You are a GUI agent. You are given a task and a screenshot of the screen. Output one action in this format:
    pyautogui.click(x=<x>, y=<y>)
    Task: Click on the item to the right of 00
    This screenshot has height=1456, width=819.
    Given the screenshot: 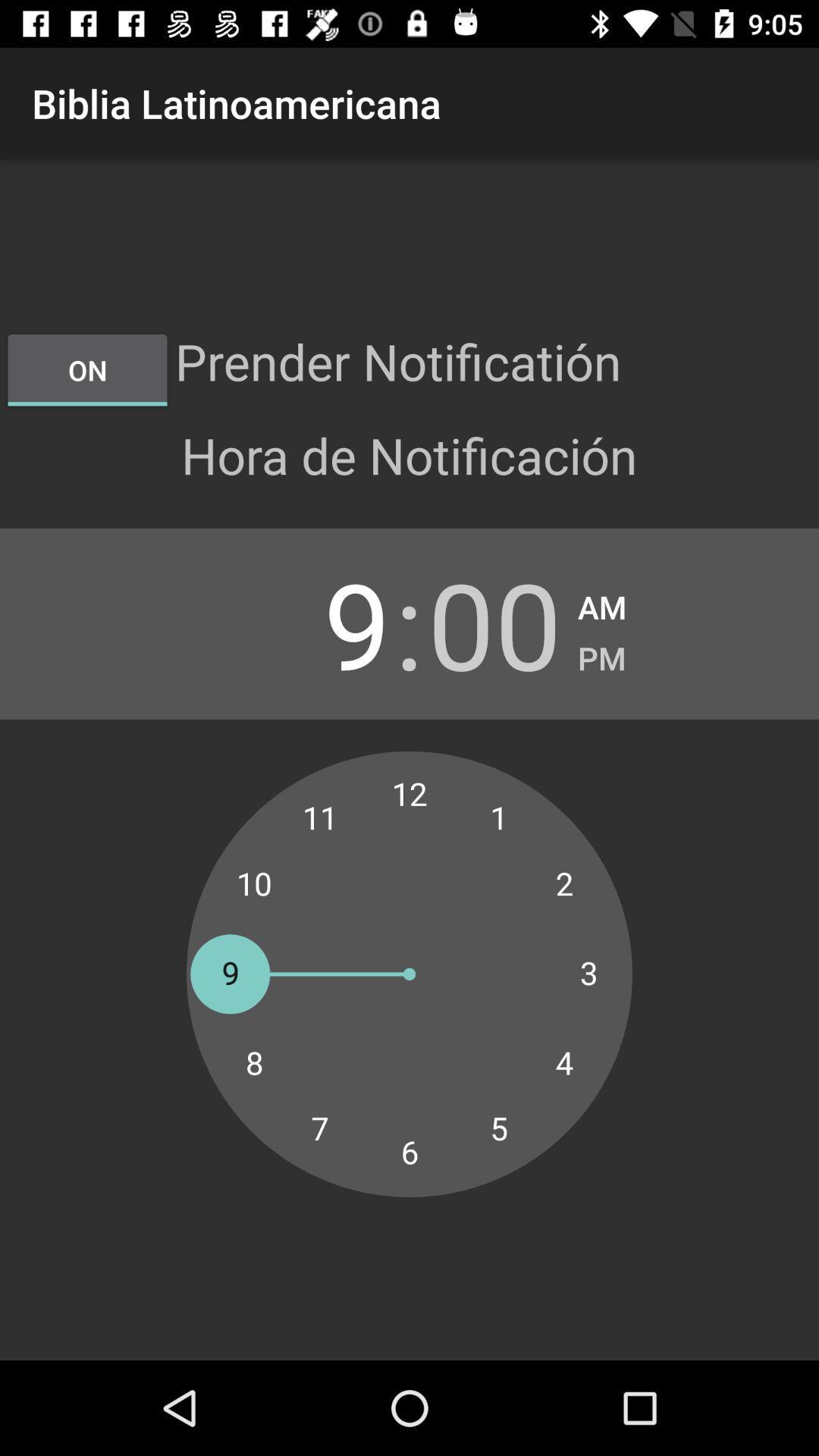 What is the action you would take?
    pyautogui.click(x=601, y=654)
    